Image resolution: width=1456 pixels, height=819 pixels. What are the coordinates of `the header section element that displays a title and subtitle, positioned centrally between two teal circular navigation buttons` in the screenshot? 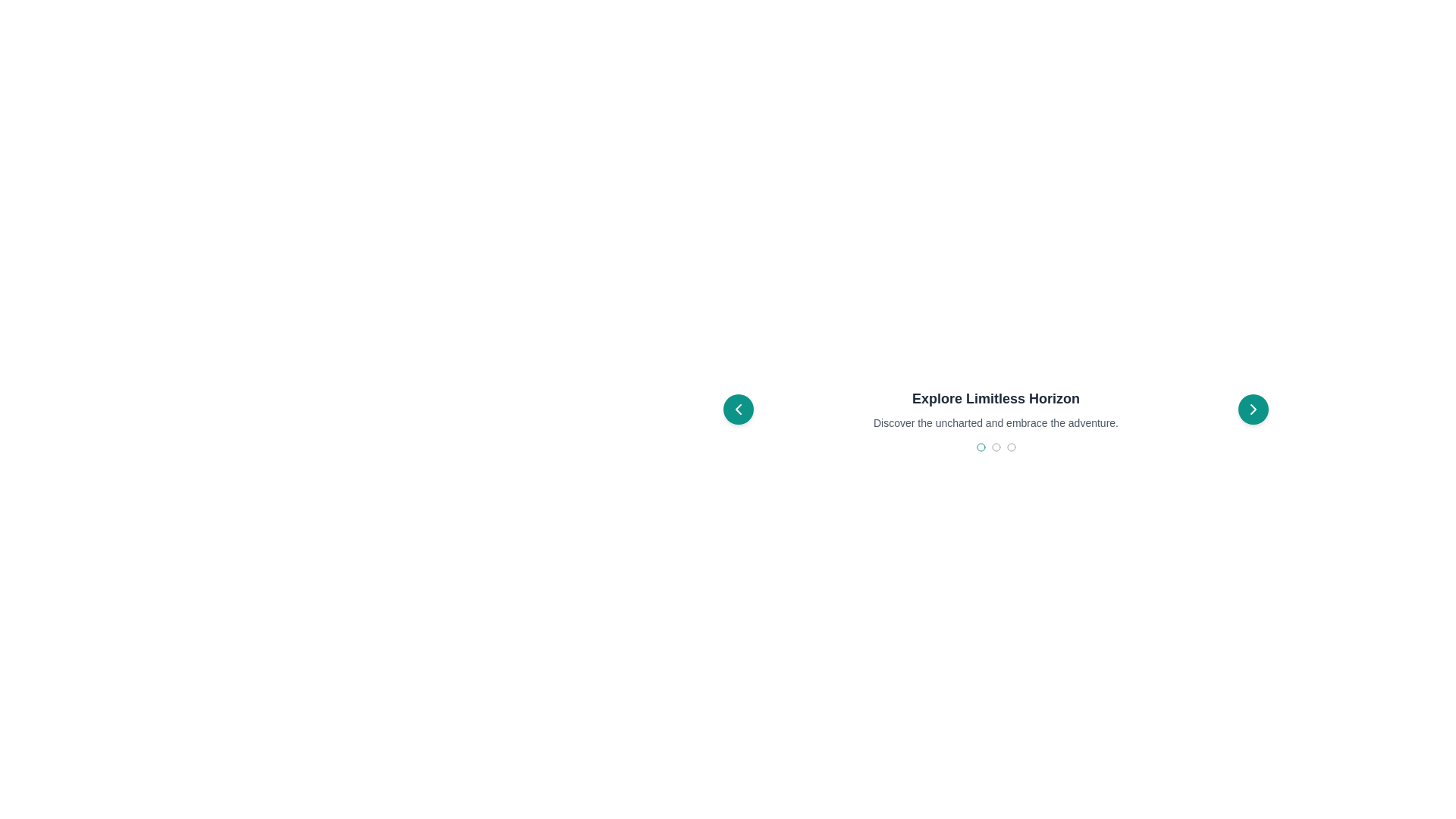 It's located at (996, 409).